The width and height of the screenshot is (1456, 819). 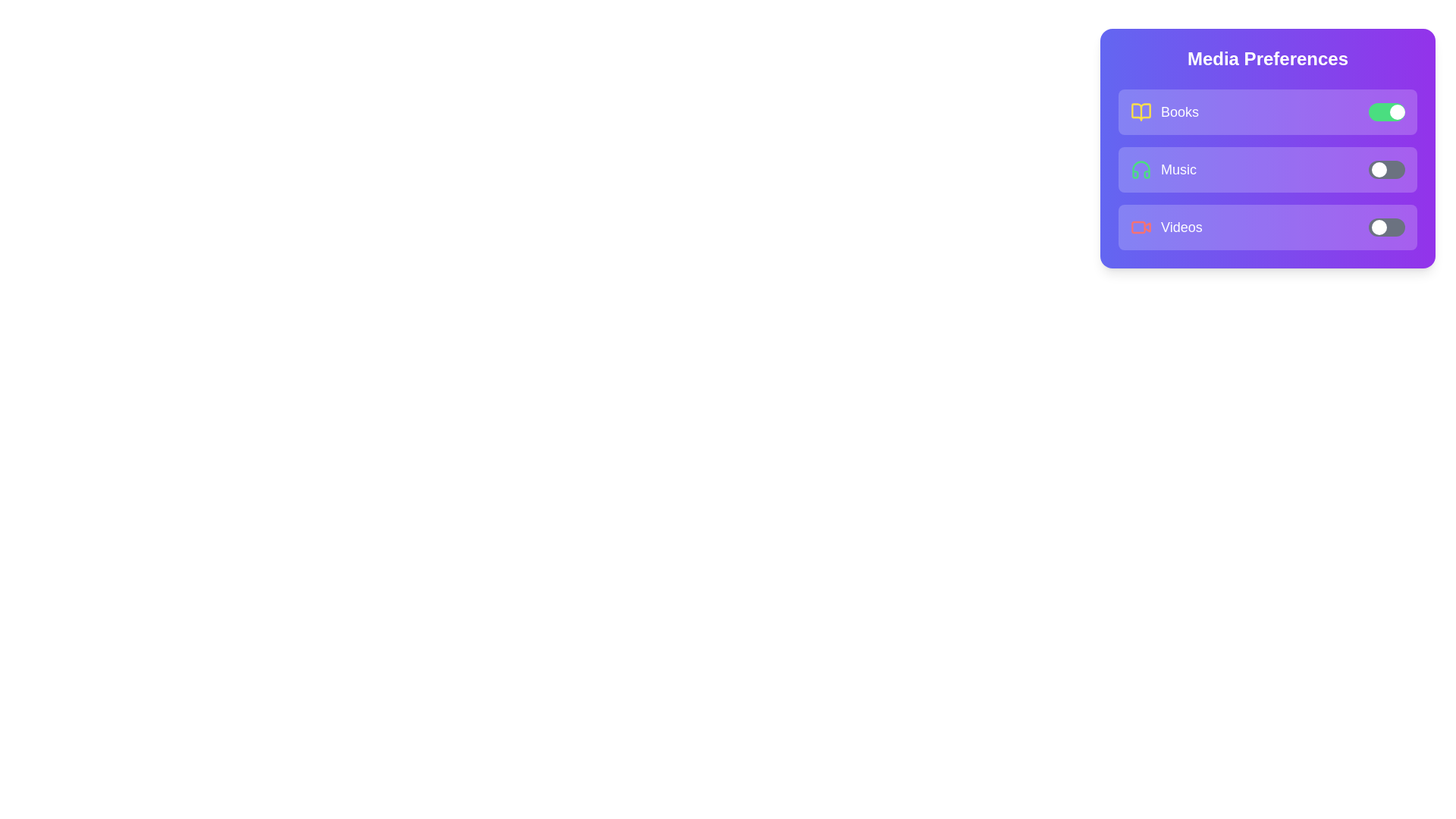 I want to click on the 'Books' text label, which identifies the toggle switch for book-related preferences located in a horizontal layout next to a book icon, so click(x=1178, y=111).